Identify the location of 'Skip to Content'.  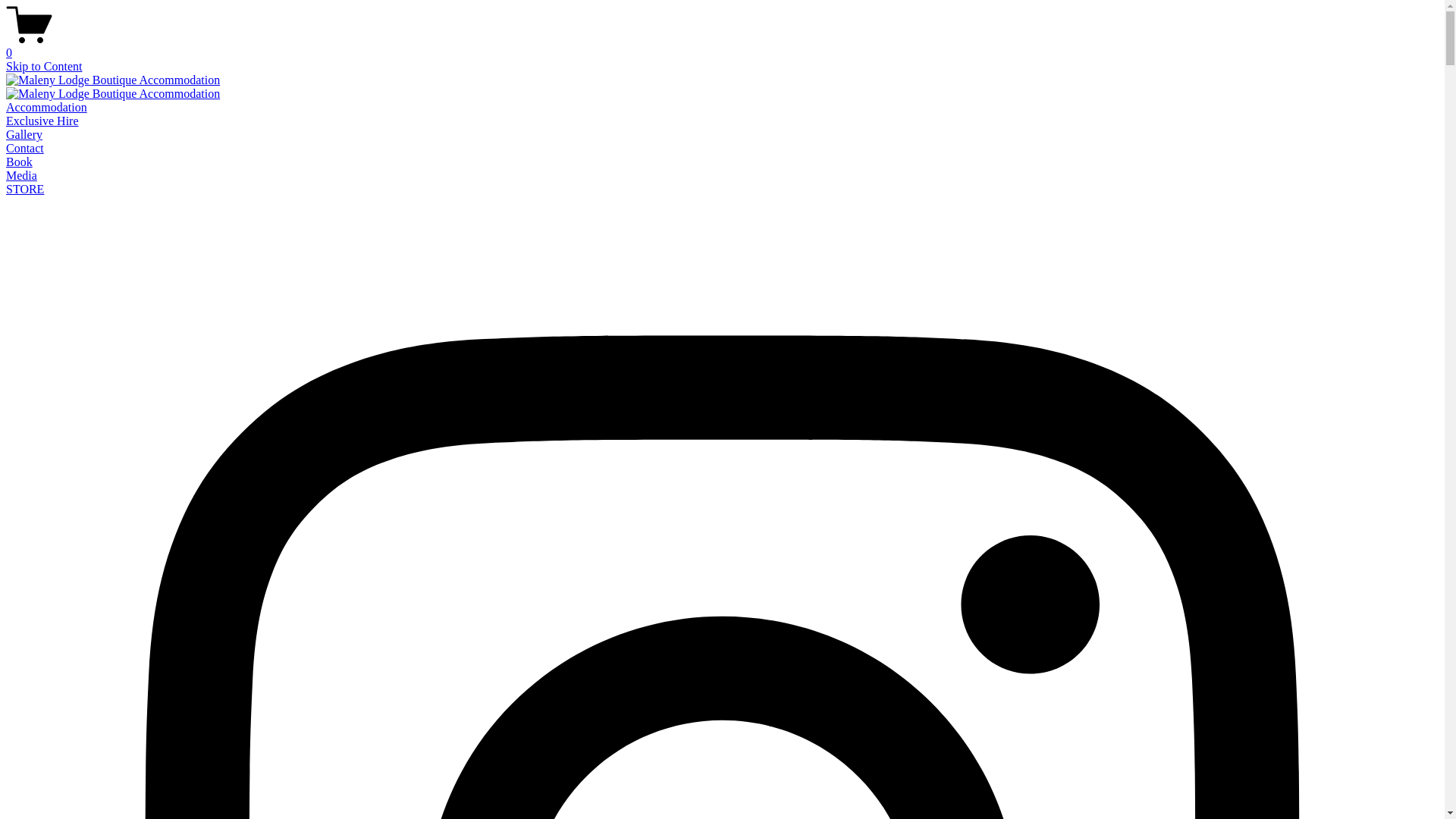
(43, 65).